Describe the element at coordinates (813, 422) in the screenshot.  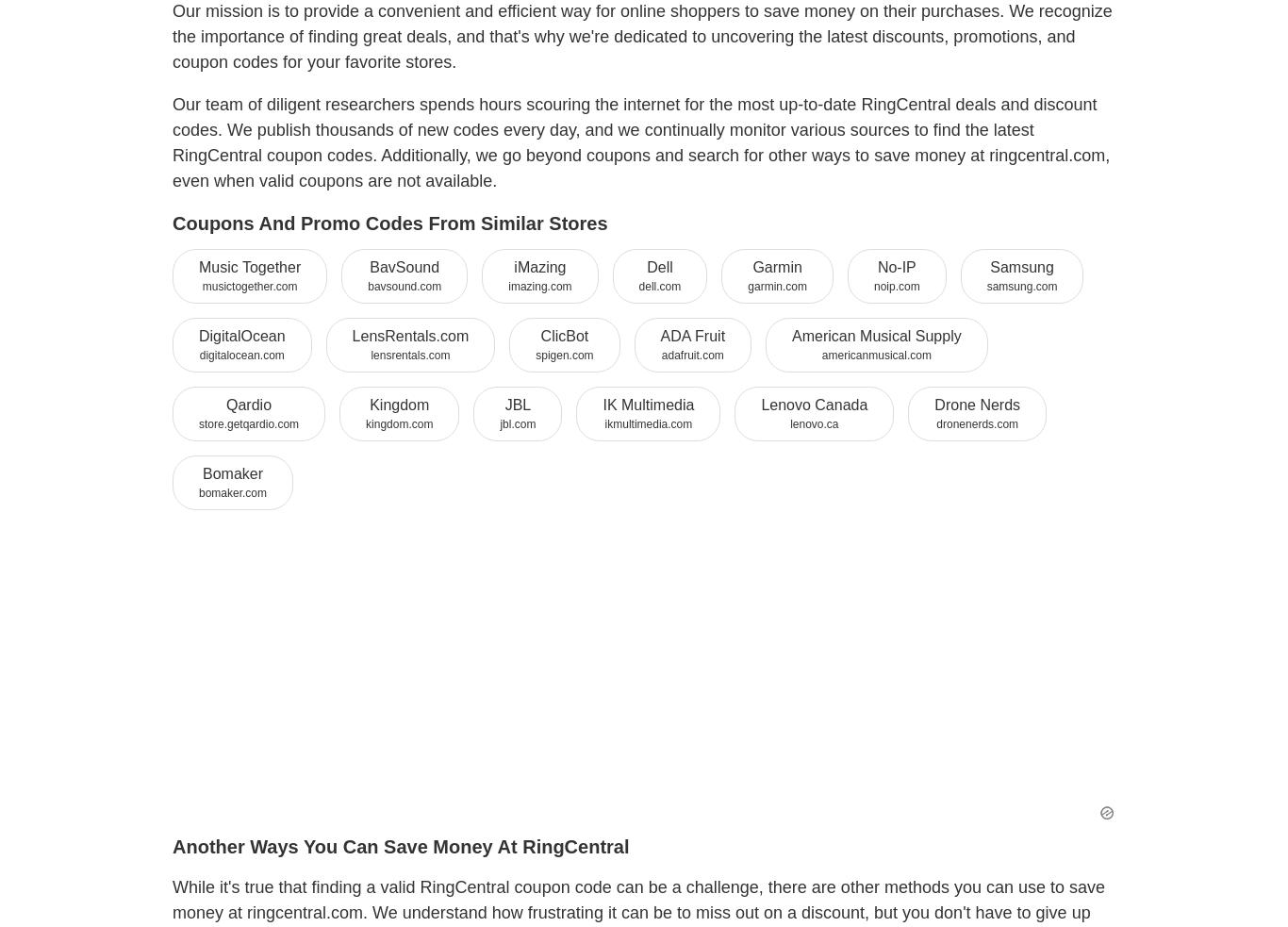
I see `'lenovo.ca'` at that location.